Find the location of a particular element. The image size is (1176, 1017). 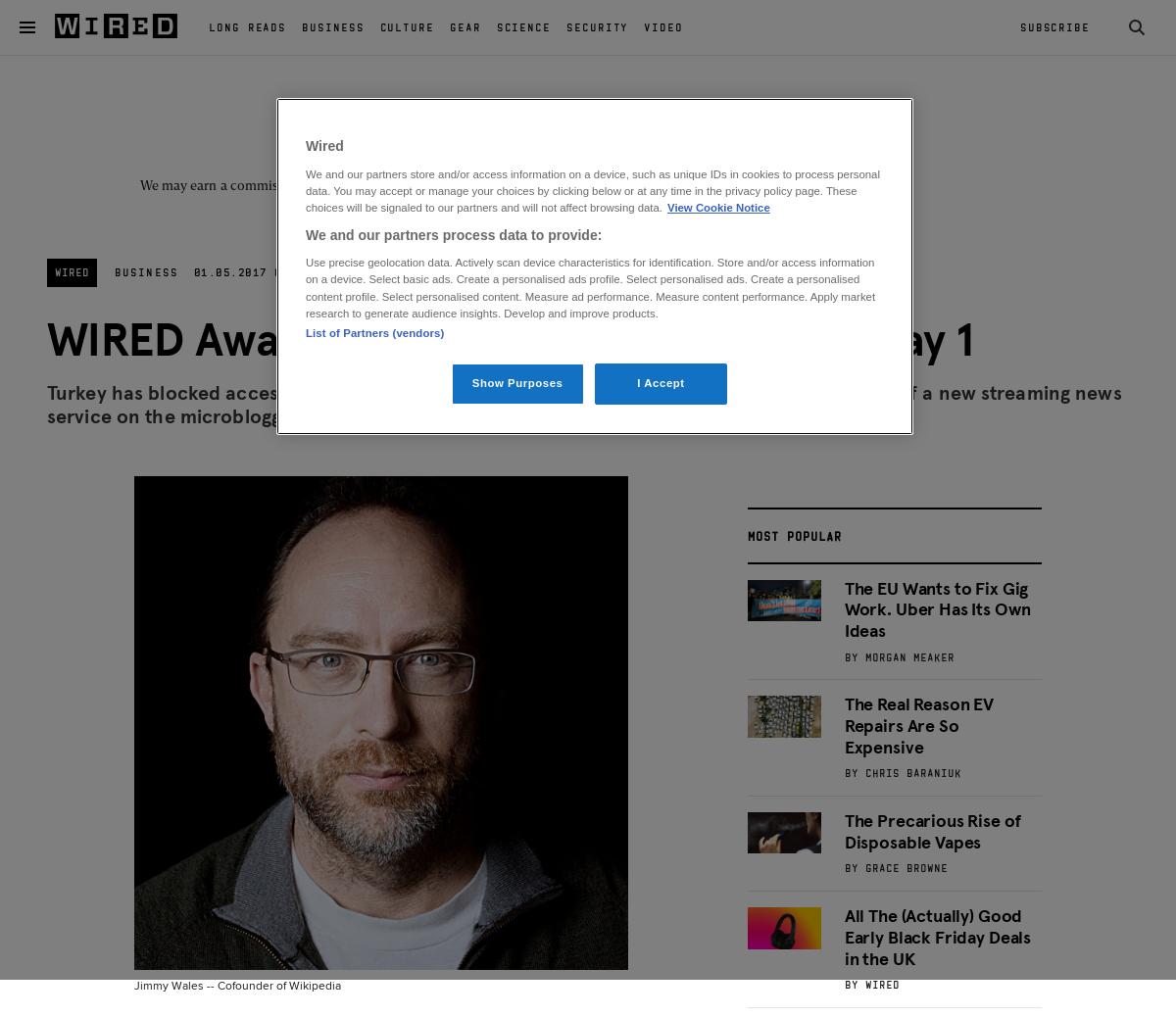

'Video' is located at coordinates (644, 24).